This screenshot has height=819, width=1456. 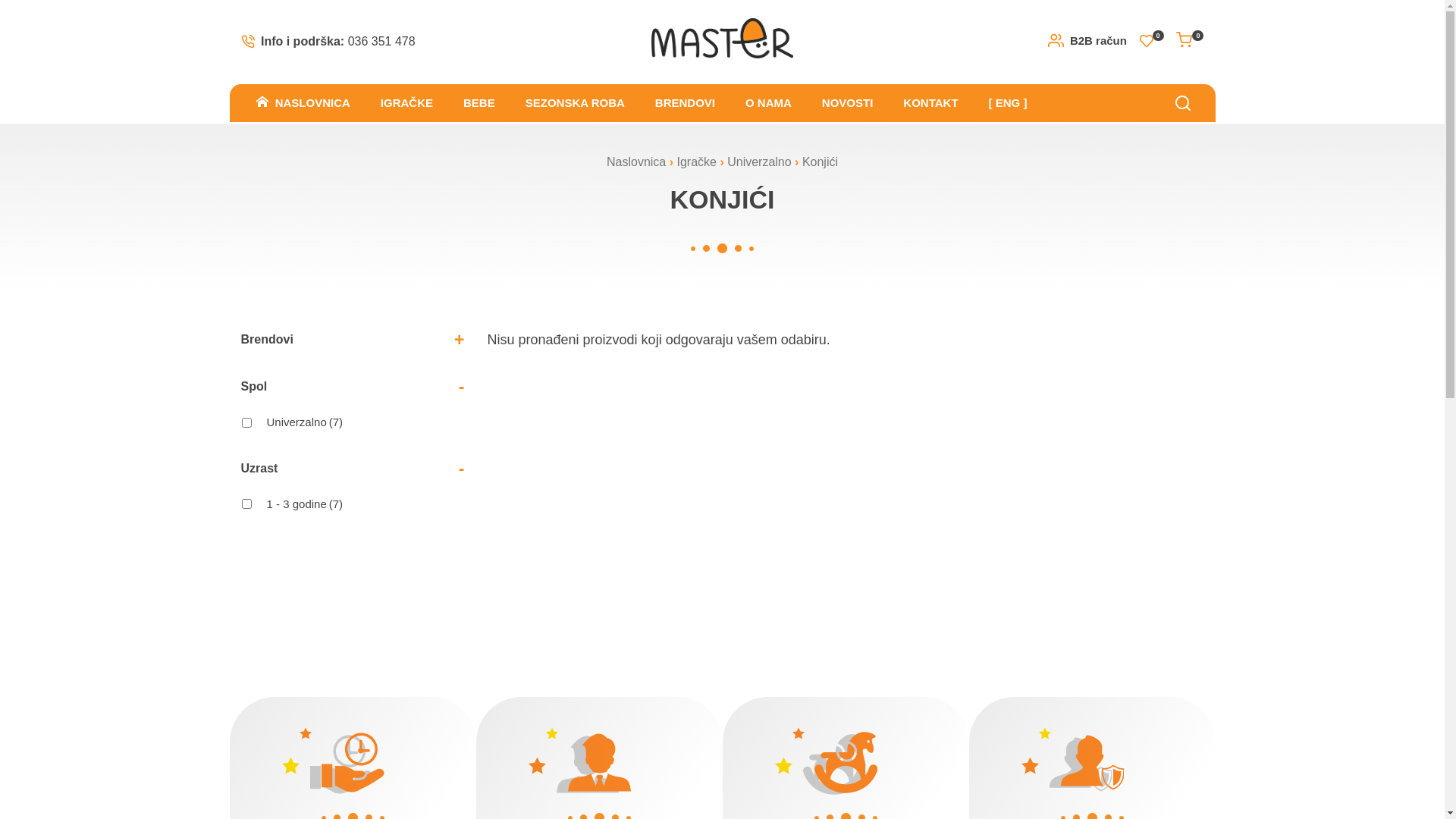 What do you see at coordinates (240, 102) in the screenshot?
I see `'NASLOVNICA'` at bounding box center [240, 102].